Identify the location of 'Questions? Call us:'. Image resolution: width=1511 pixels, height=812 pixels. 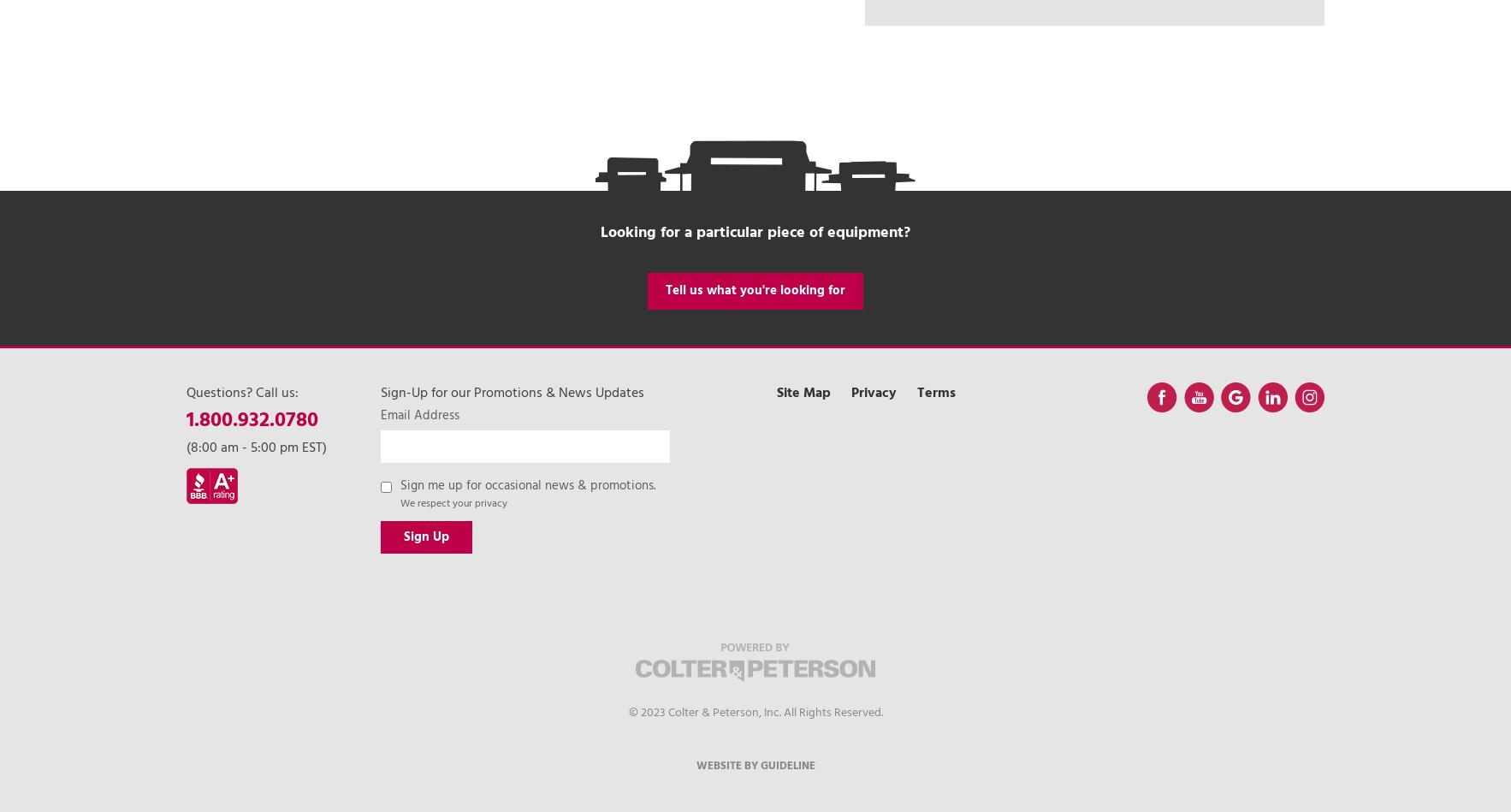
(241, 393).